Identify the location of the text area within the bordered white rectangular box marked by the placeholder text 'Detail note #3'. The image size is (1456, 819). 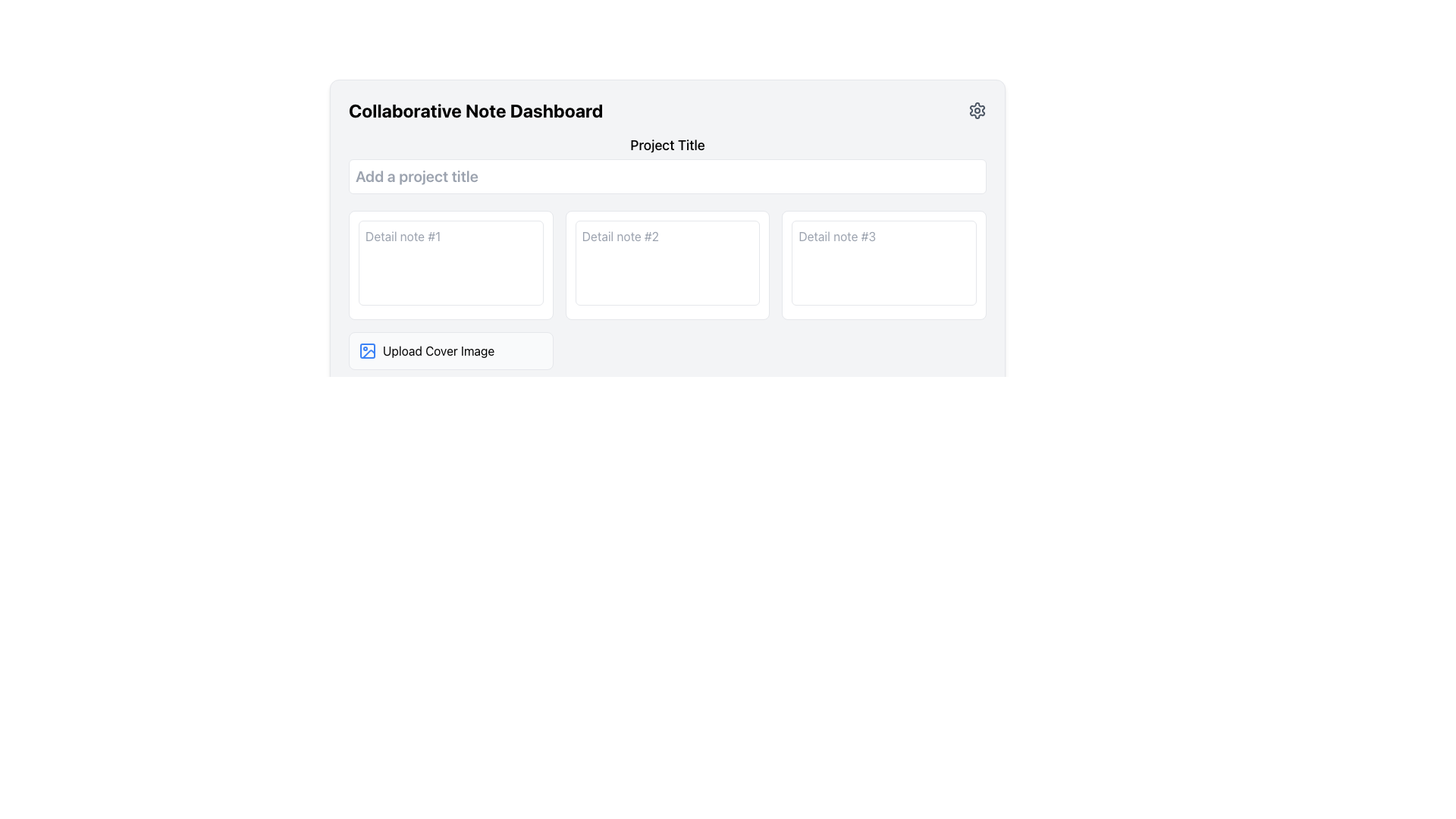
(884, 265).